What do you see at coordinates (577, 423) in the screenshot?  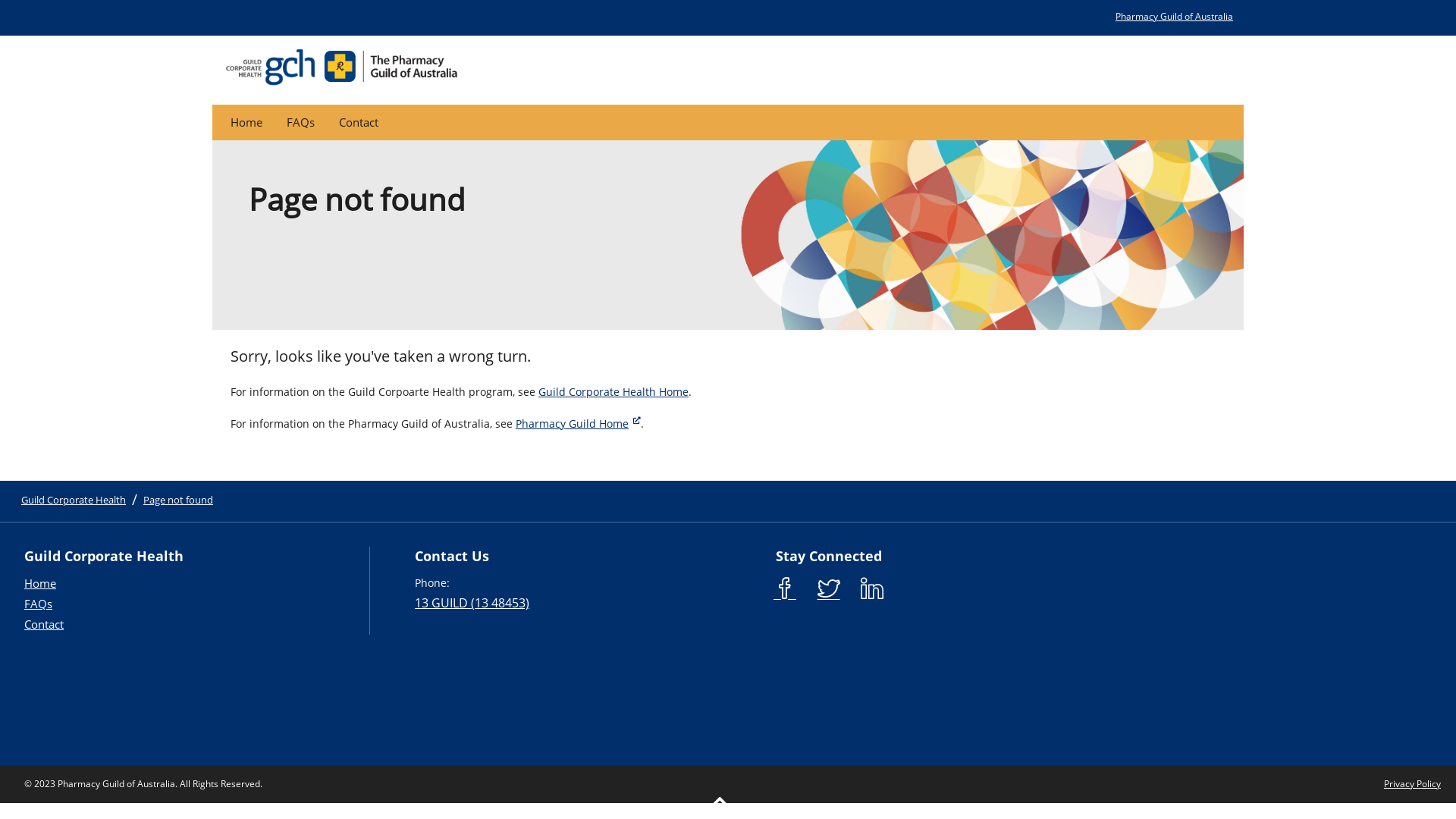 I see `'Pharmacy Guild Home'` at bounding box center [577, 423].